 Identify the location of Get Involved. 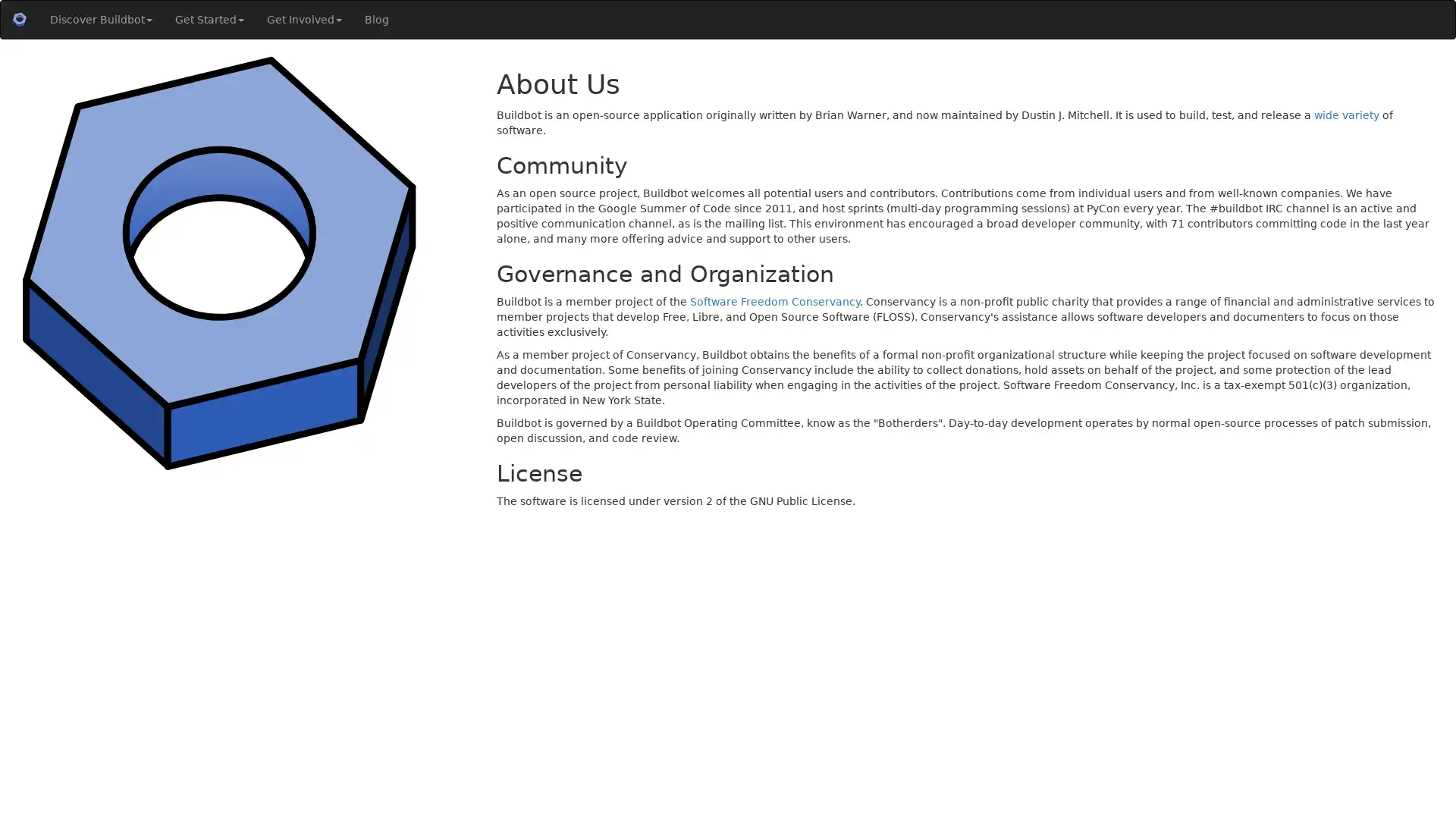
(303, 20).